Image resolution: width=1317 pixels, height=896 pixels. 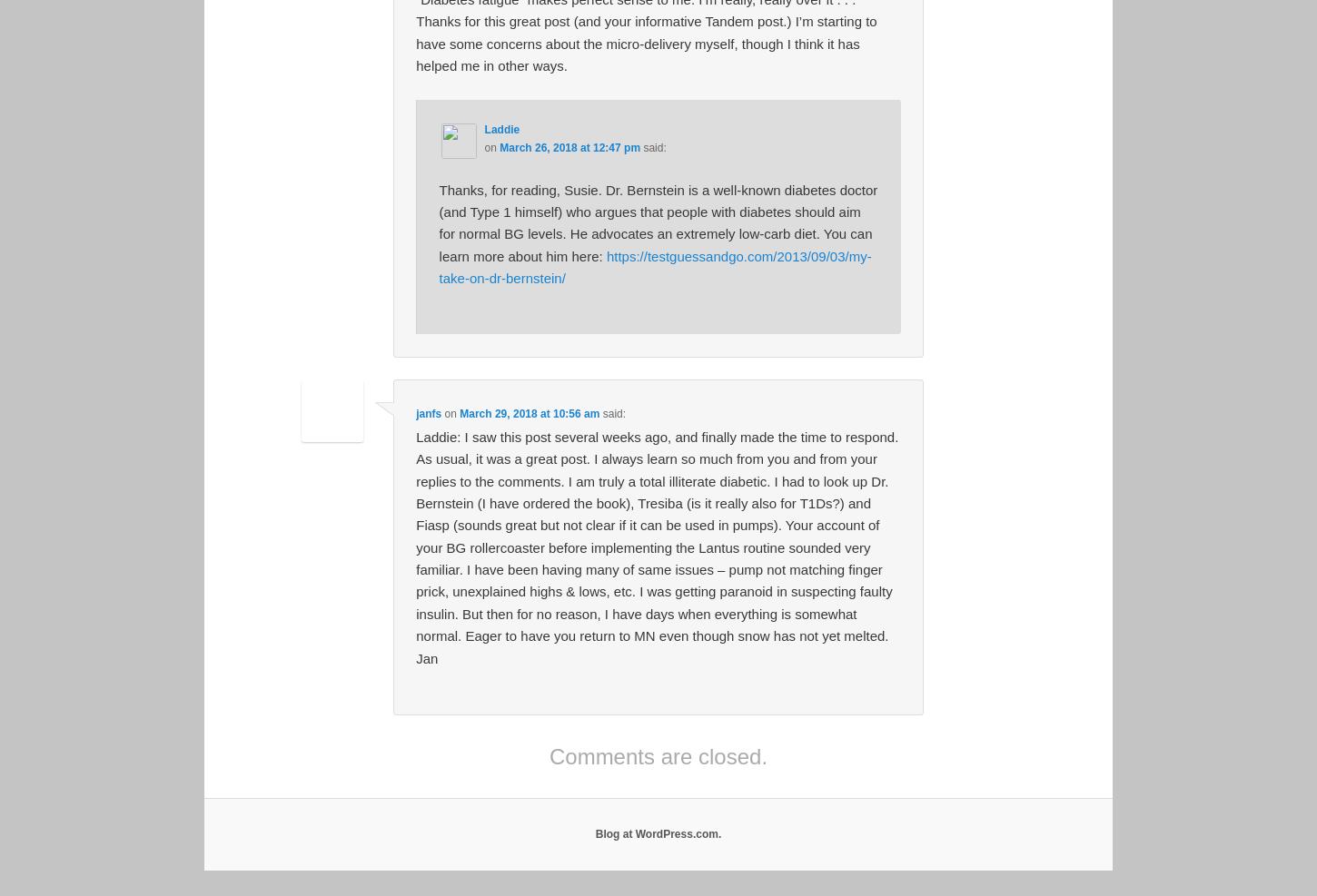 What do you see at coordinates (653, 266) in the screenshot?
I see `'https://testguessandgo.com/2013/09/03/my-take-on-dr-bernstein/'` at bounding box center [653, 266].